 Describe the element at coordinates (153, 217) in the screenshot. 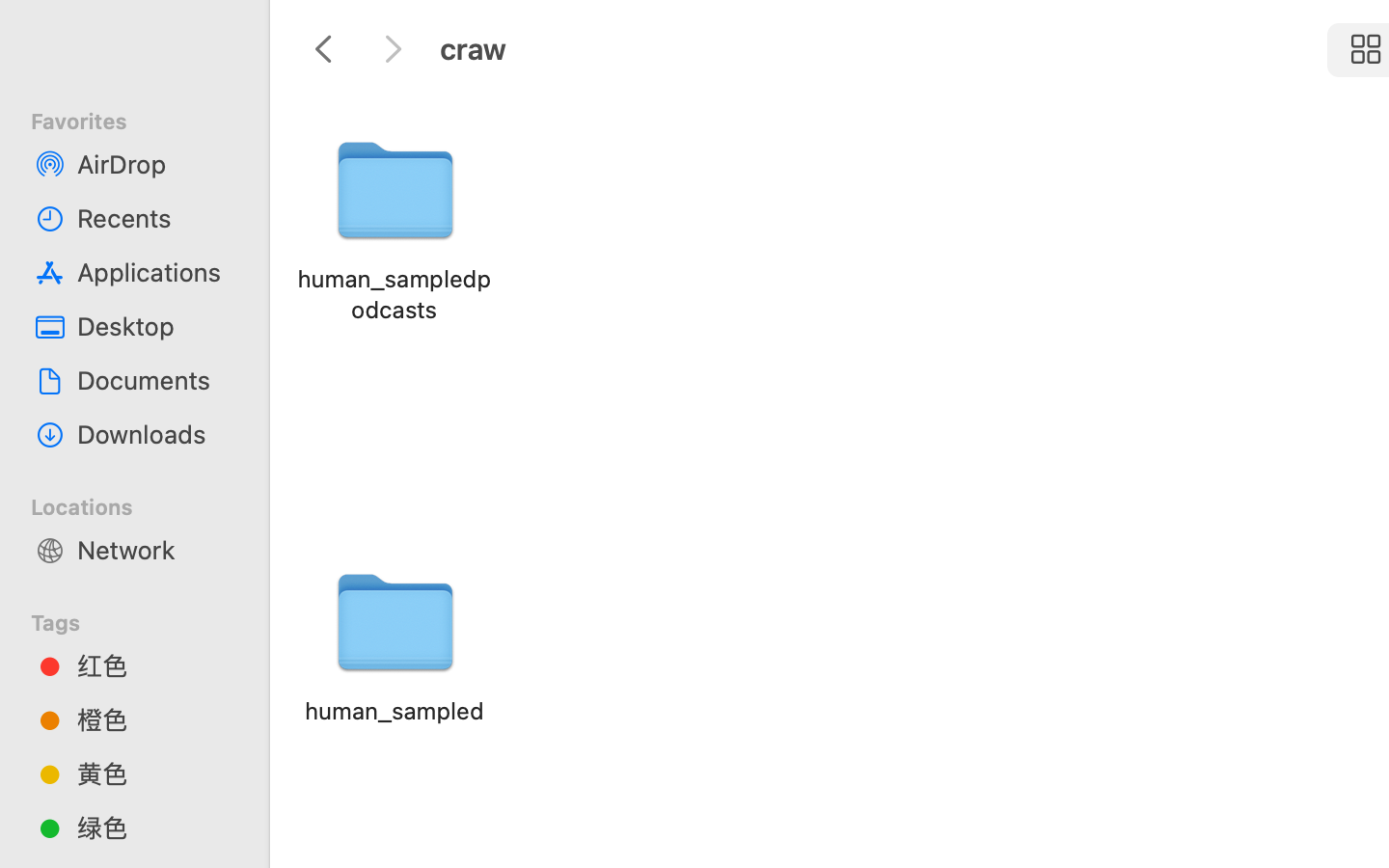

I see `'Recents'` at that location.